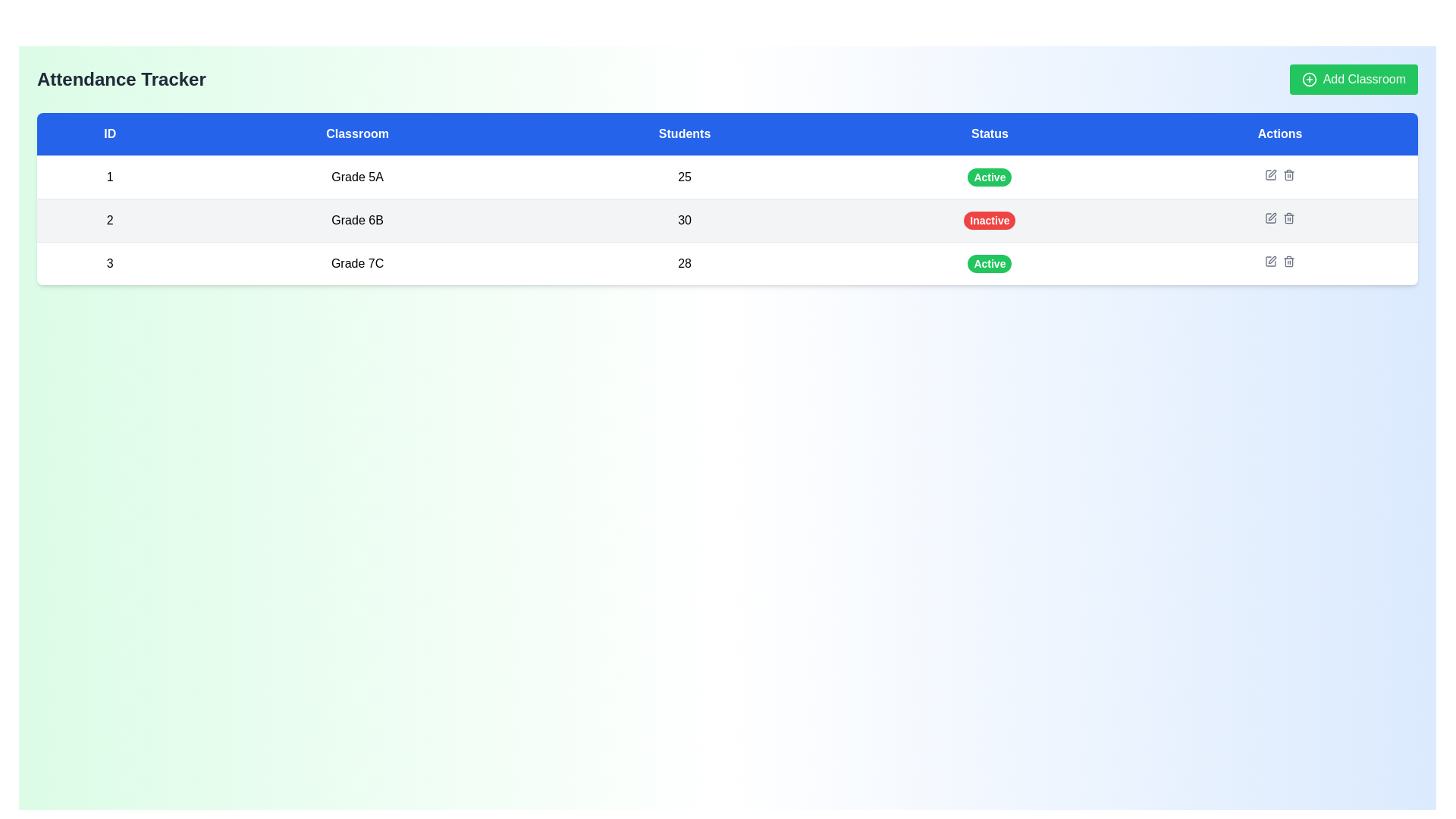  I want to click on the rectangular button with rounded corners that has a prominent red background and white text reading 'Inactive', located in the 'Status' column of the table for 'Grade 6B', so click(990, 220).